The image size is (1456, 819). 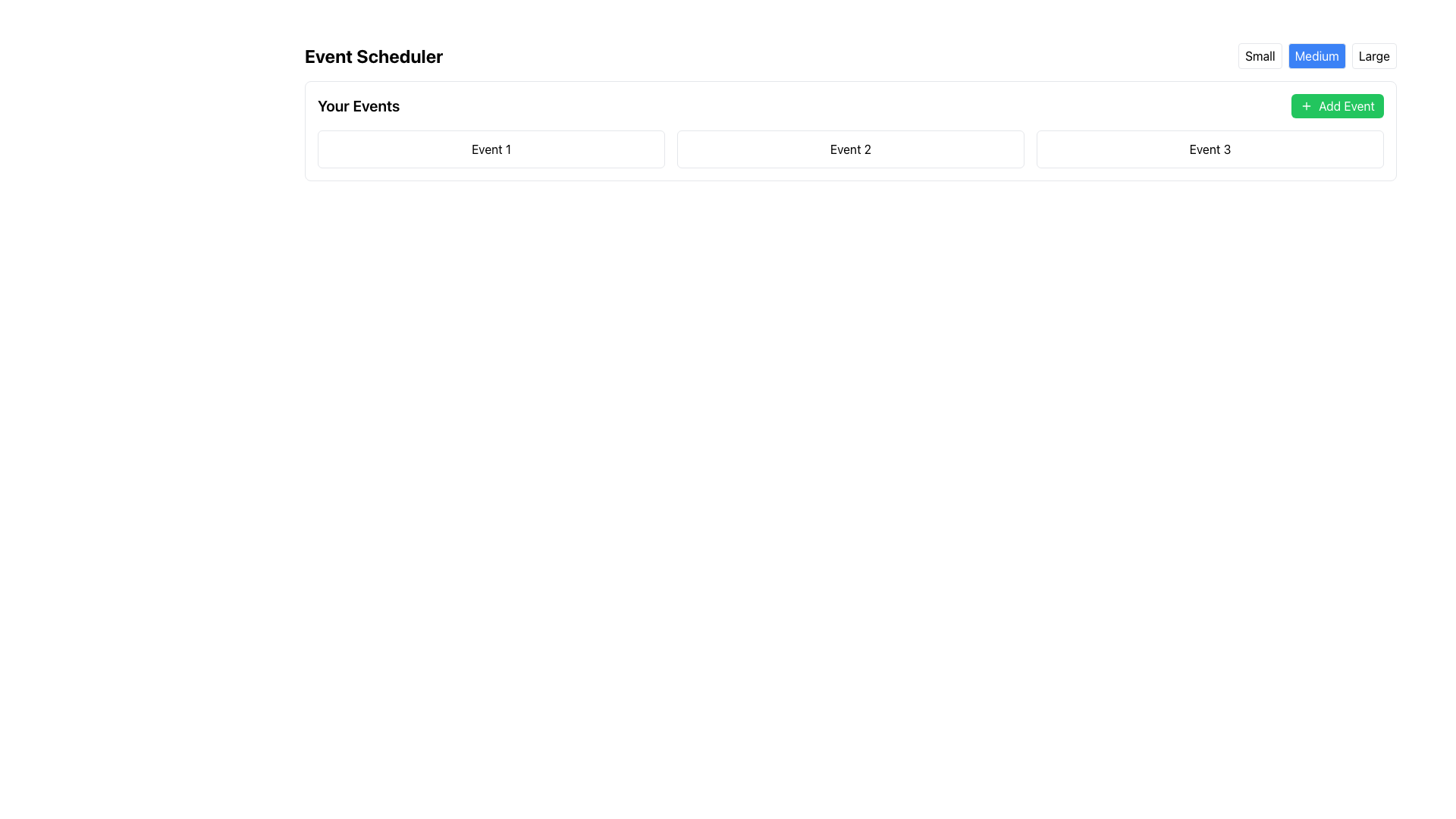 What do you see at coordinates (1316, 55) in the screenshot?
I see `the rectangular button with a blue background and white text labeled 'Medium'` at bounding box center [1316, 55].